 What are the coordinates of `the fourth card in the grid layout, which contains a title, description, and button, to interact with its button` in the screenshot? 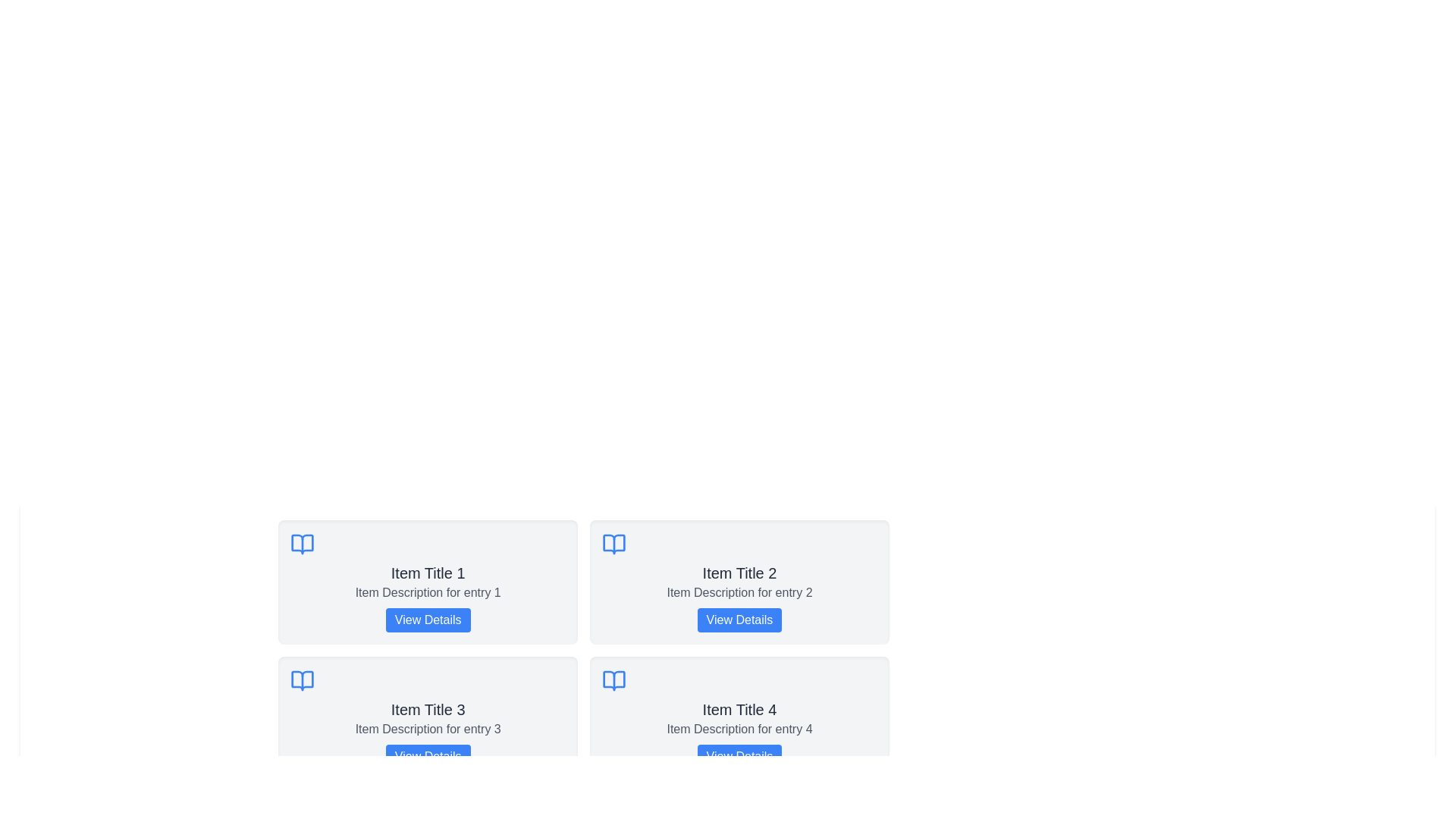 It's located at (739, 718).